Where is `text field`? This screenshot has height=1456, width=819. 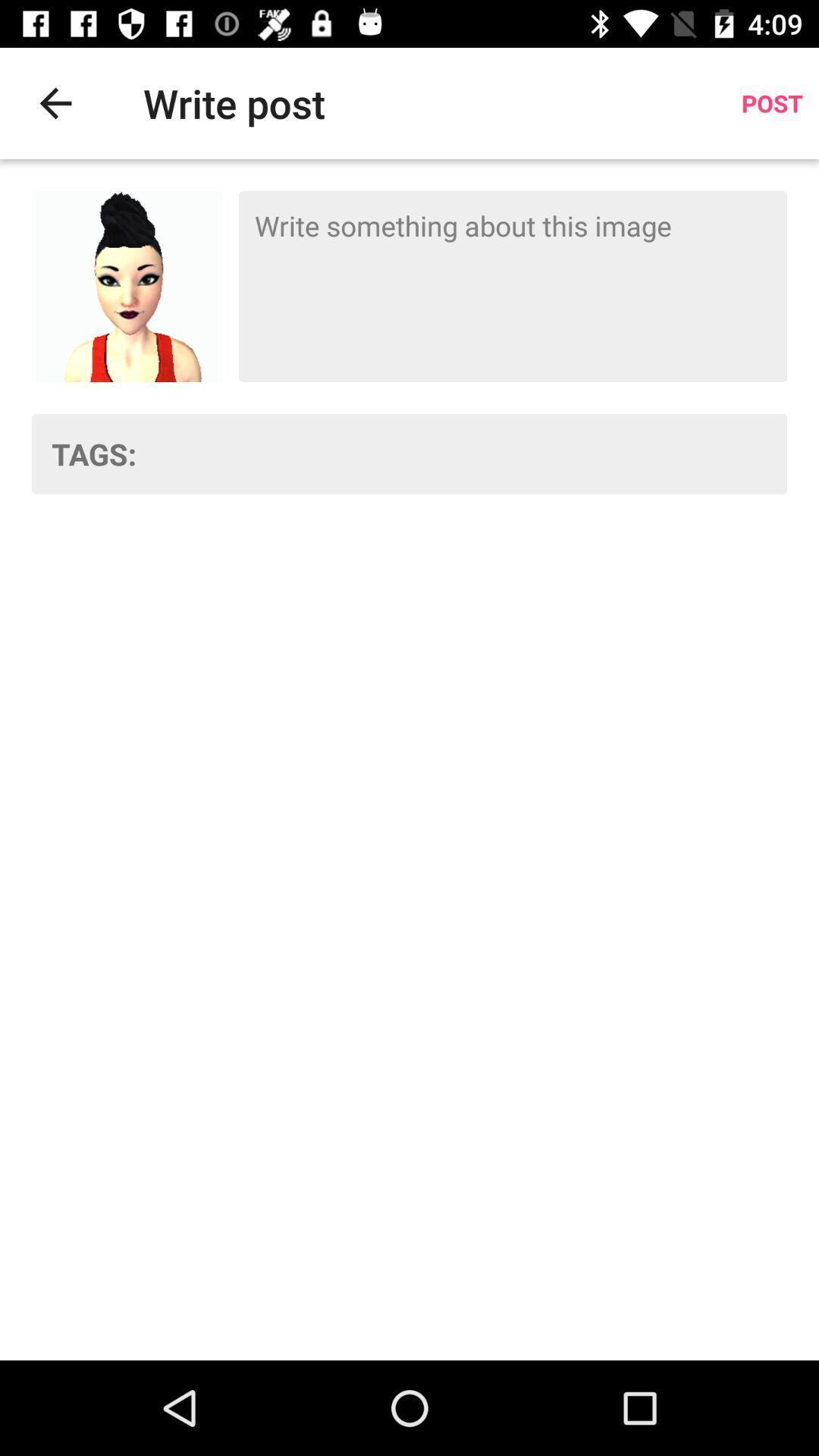 text field is located at coordinates (512, 287).